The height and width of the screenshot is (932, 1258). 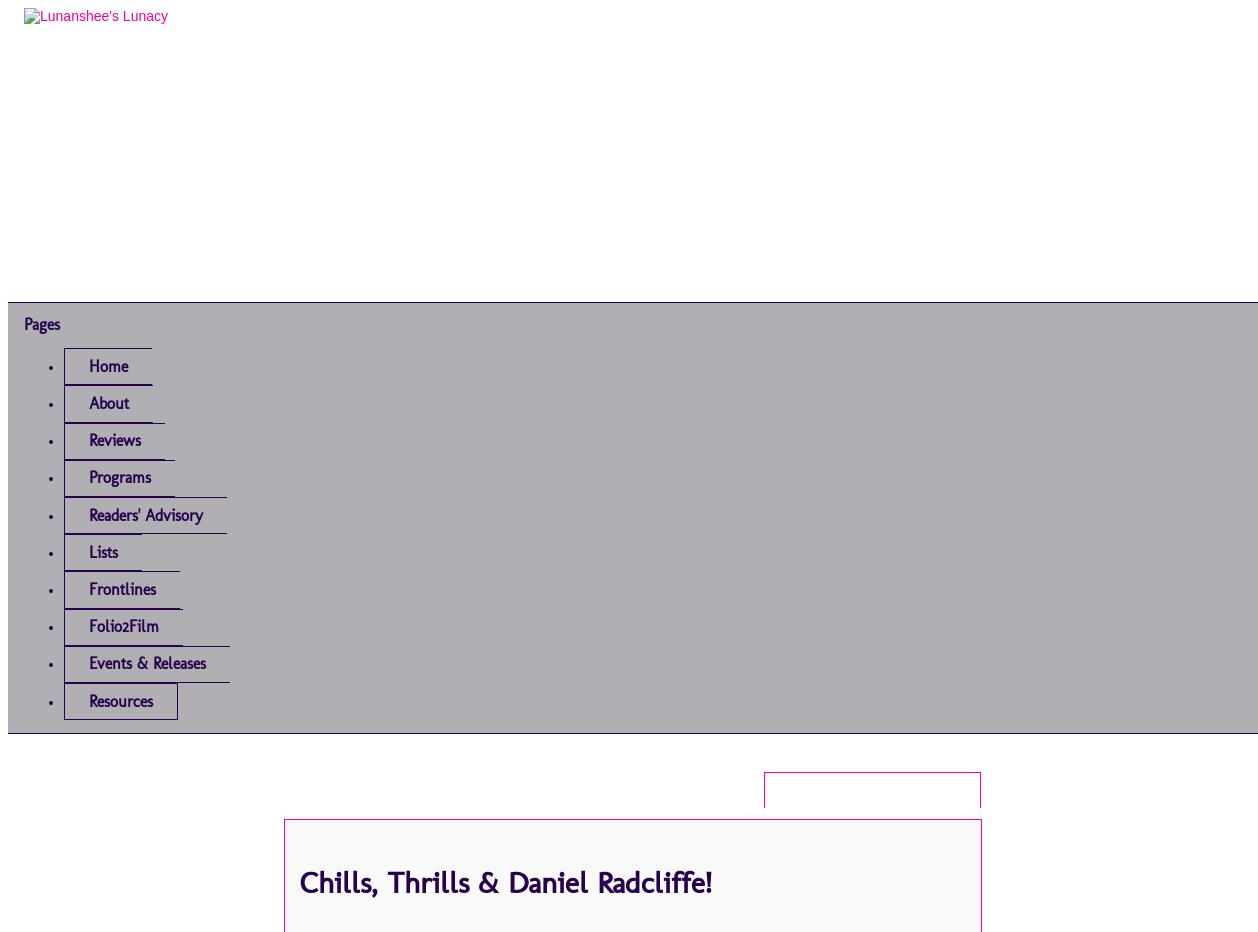 I want to click on 'Reviews', so click(x=88, y=440).